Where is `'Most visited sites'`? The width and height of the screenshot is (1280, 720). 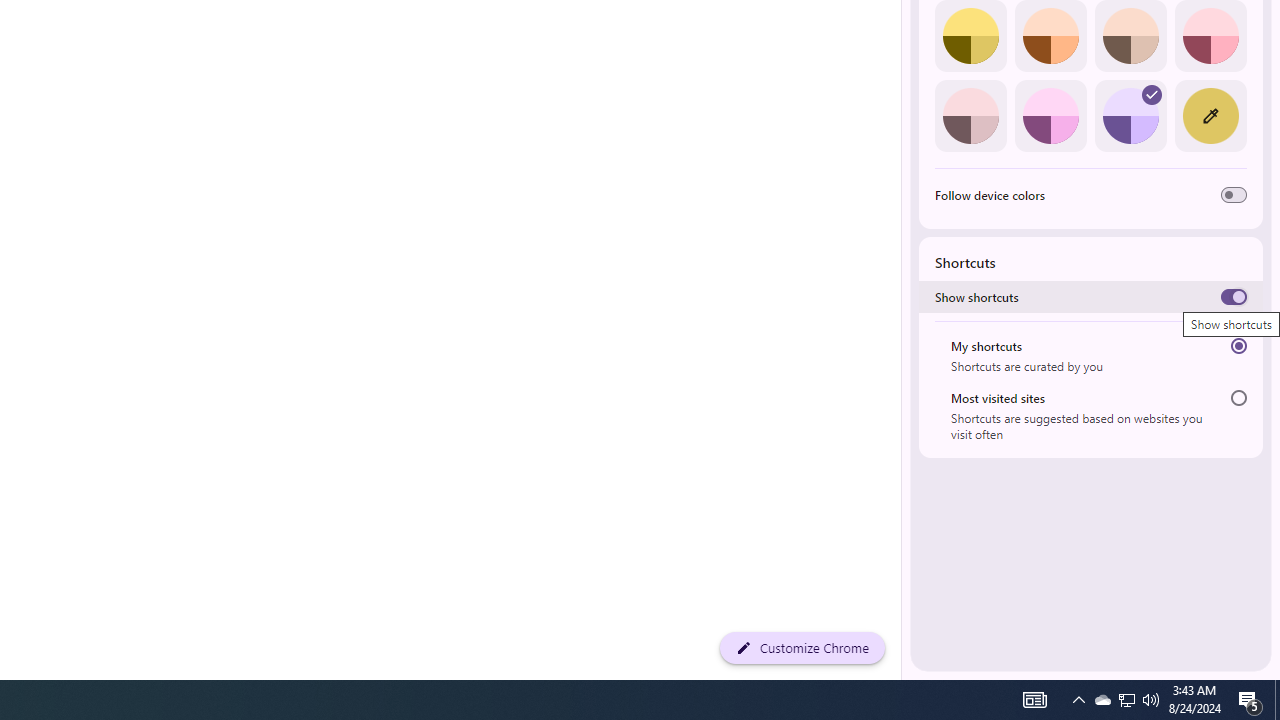
'Most visited sites' is located at coordinates (1238, 398).